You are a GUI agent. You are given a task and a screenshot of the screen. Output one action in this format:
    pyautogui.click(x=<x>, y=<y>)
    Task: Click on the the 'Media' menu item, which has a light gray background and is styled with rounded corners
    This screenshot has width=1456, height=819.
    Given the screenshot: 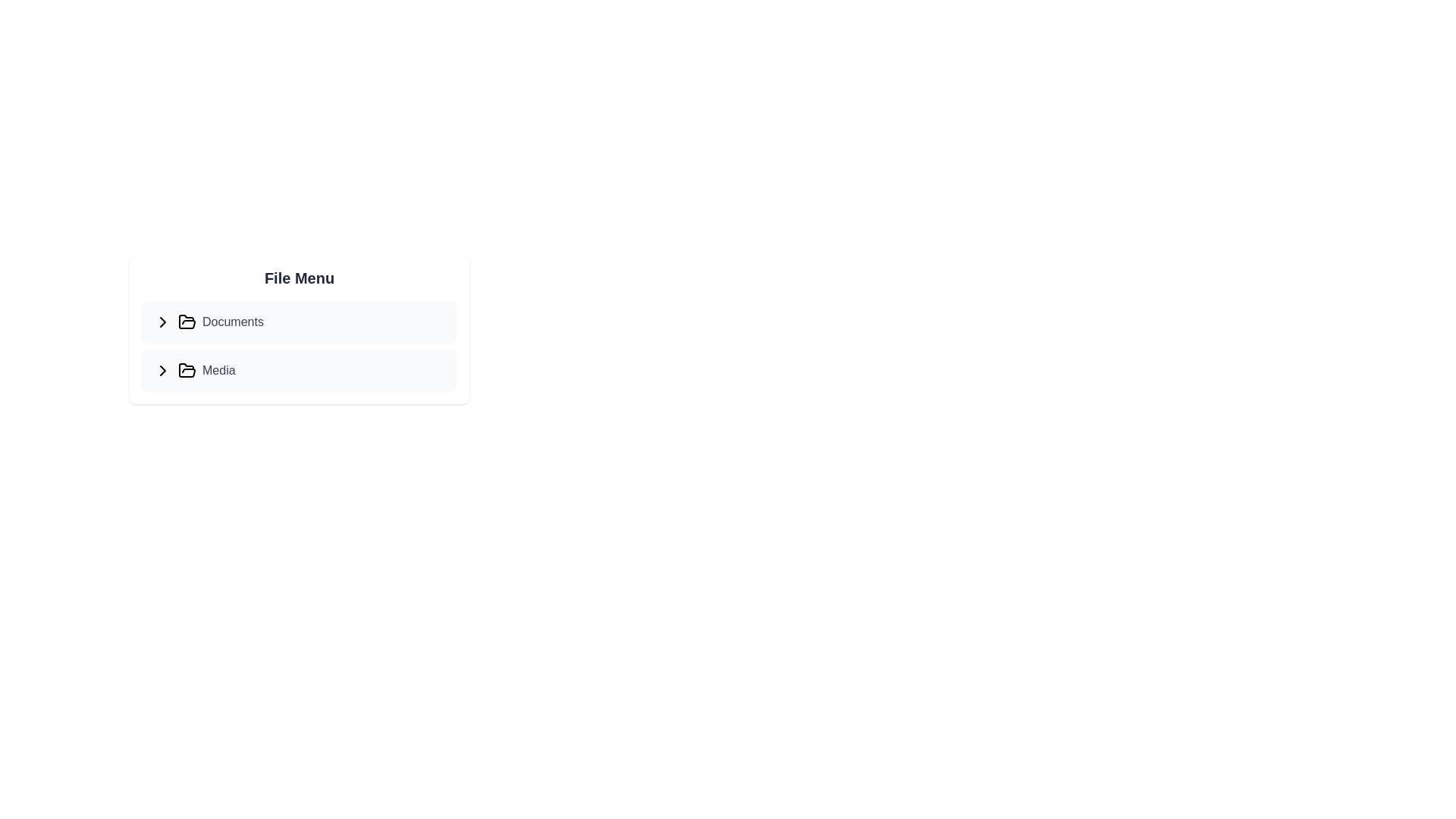 What is the action you would take?
    pyautogui.click(x=299, y=371)
    